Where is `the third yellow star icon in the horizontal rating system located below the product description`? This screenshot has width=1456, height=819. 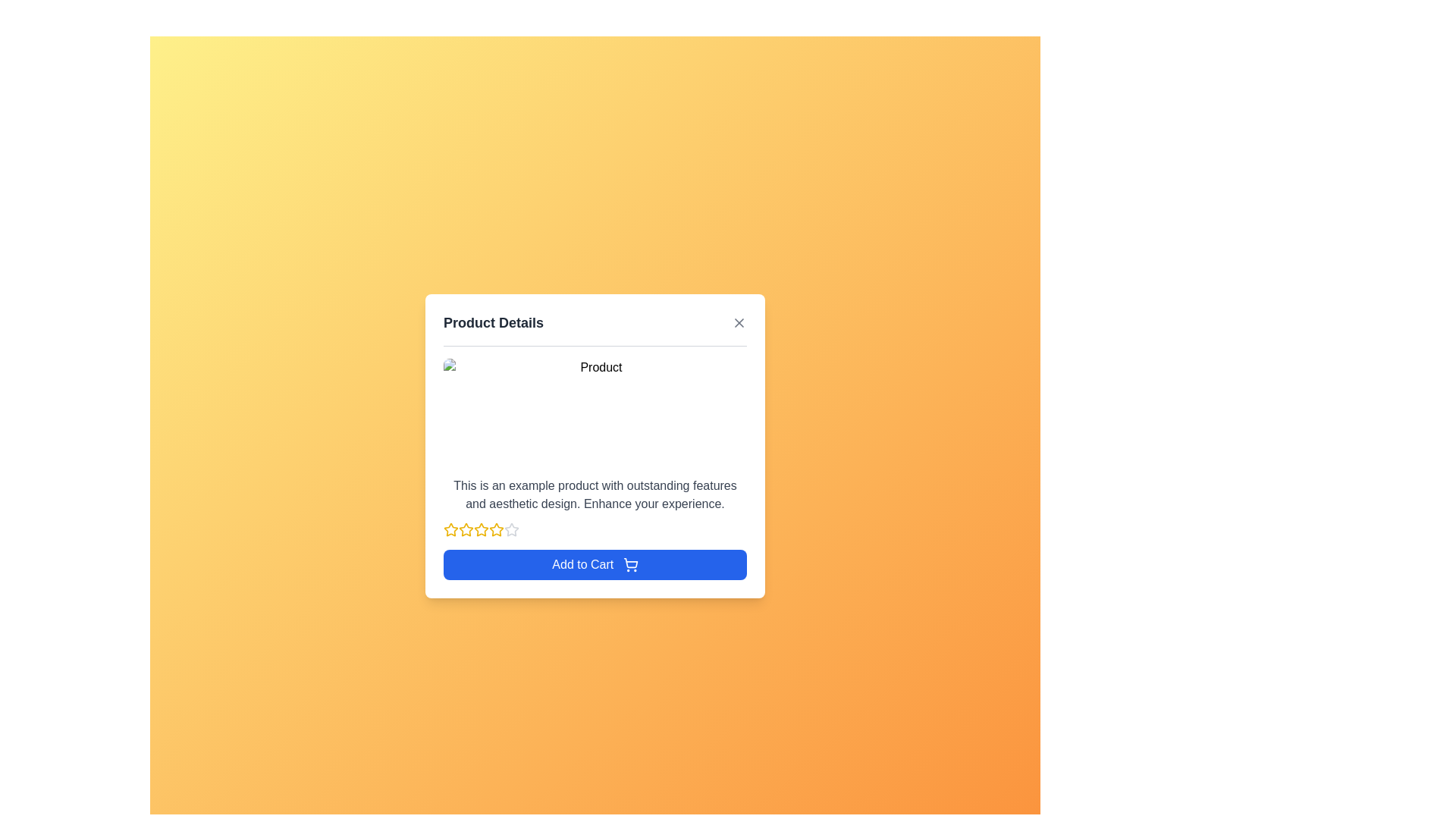 the third yellow star icon in the horizontal rating system located below the product description is located at coordinates (480, 529).